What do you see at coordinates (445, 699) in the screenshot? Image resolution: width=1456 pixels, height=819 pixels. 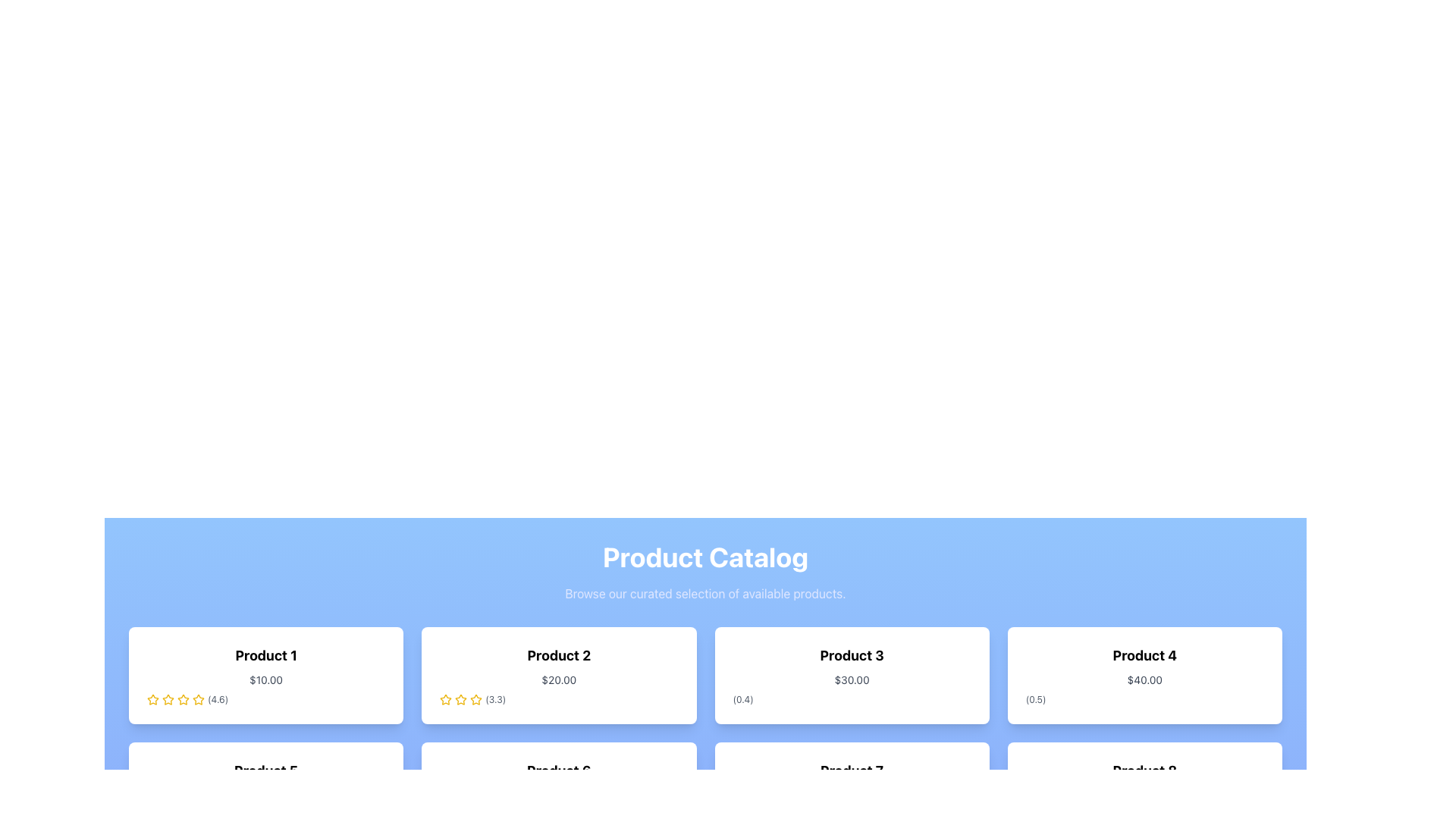 I see `the first star icon representing the product rating in the 'Product 2' card, positioned above the price and below the title` at bounding box center [445, 699].